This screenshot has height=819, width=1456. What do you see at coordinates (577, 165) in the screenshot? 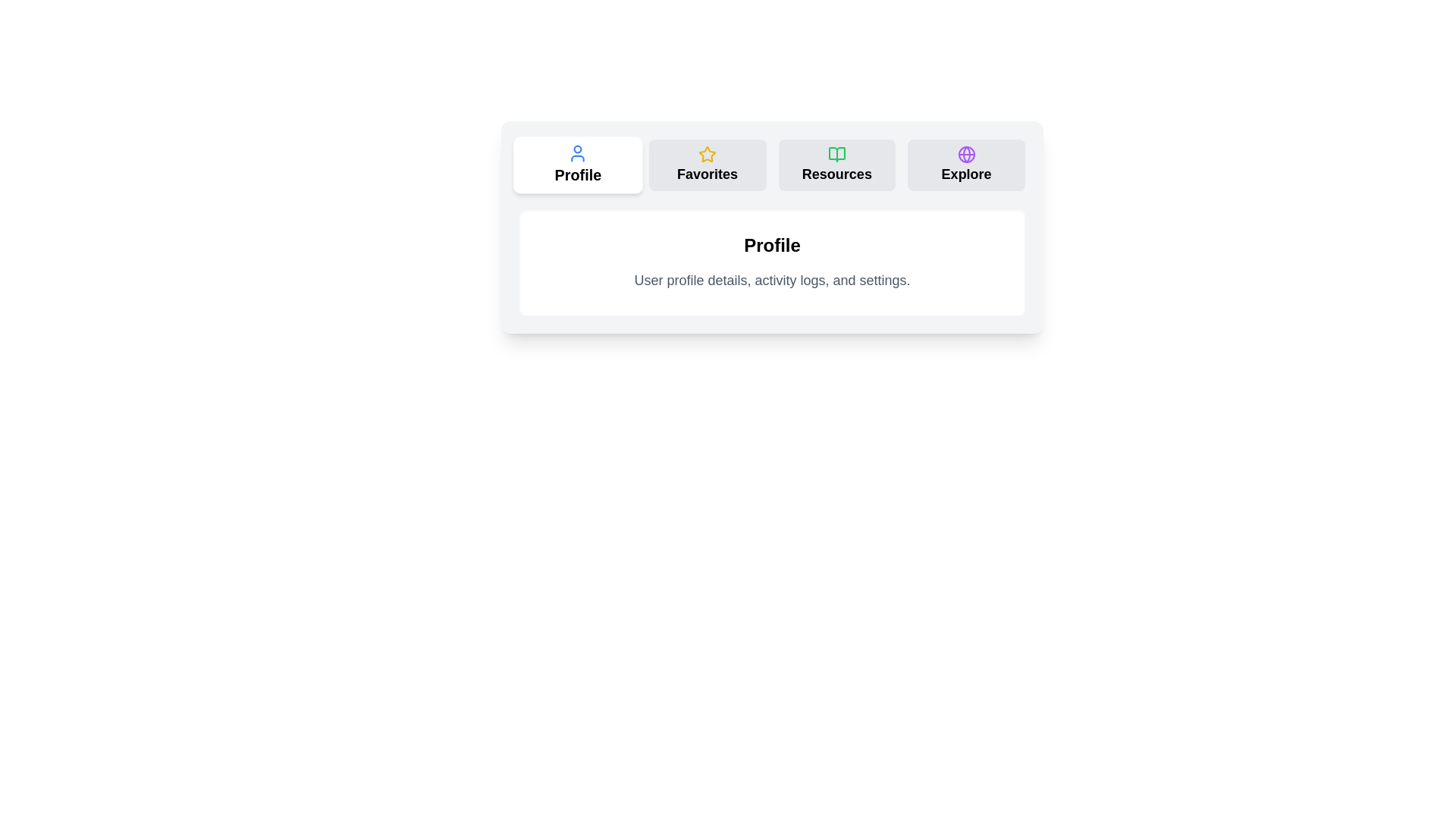
I see `the tab labeled Profile` at bounding box center [577, 165].